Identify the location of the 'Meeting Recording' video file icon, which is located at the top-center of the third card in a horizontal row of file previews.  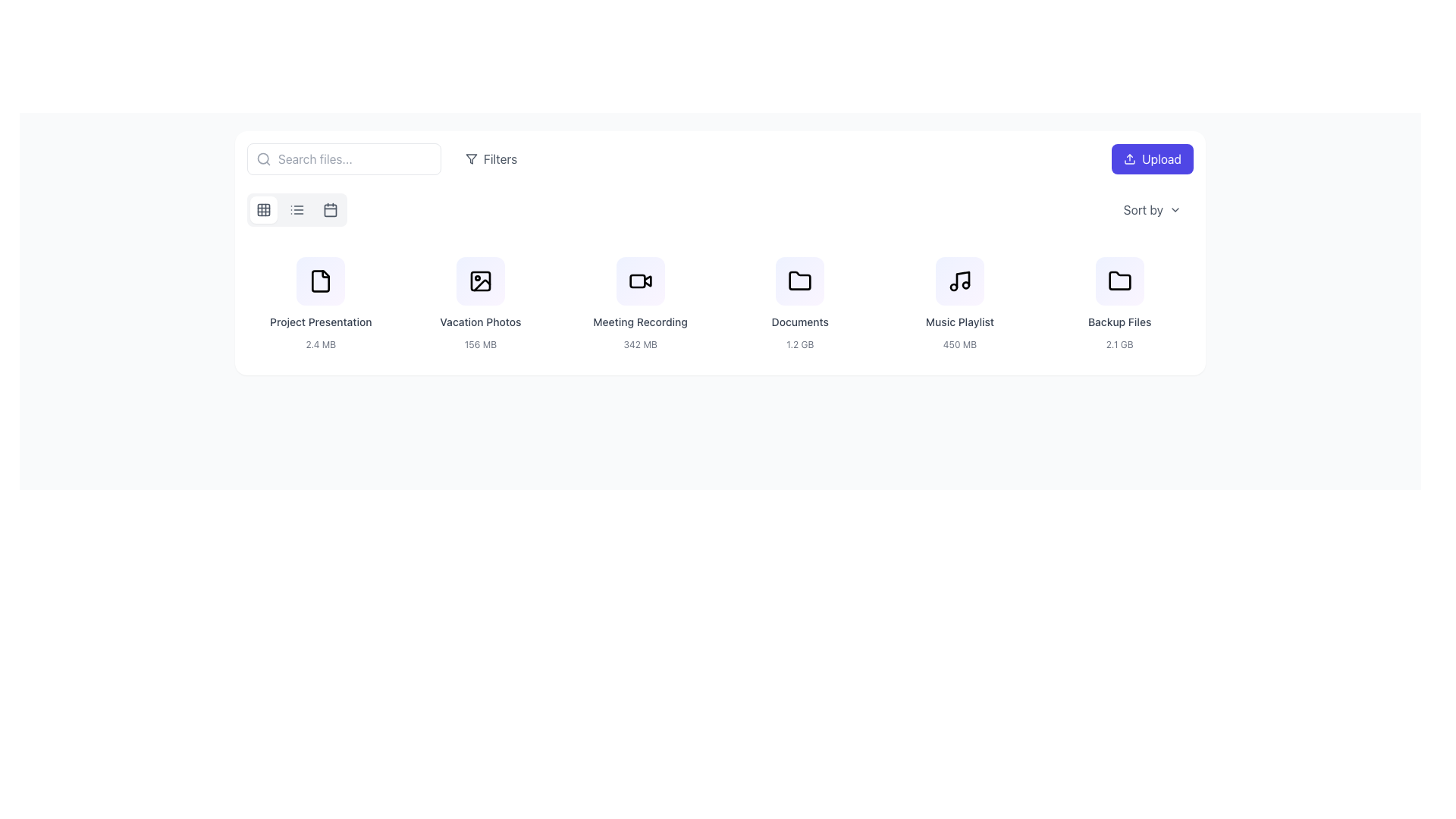
(640, 281).